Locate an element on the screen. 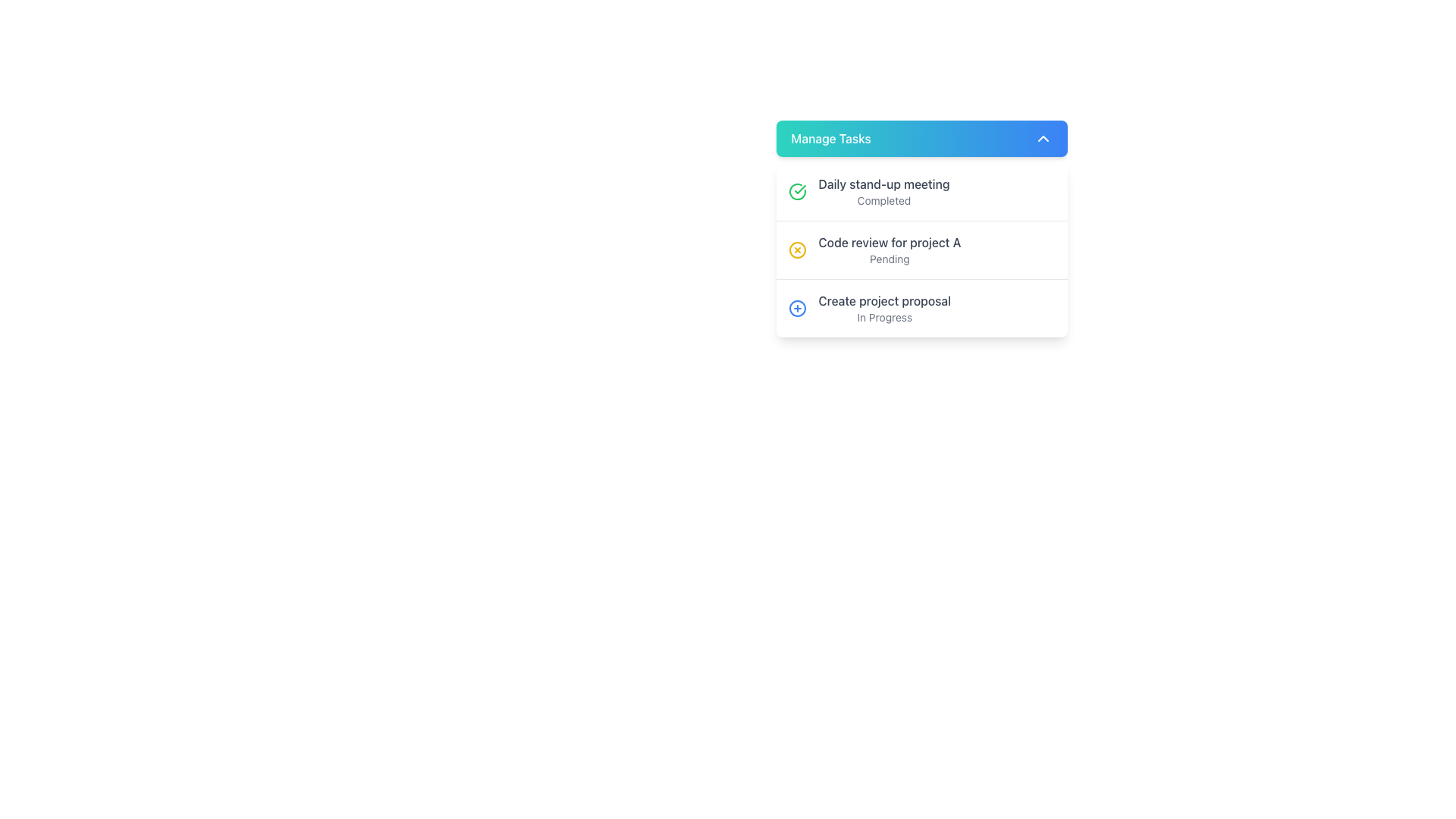  the descriptive title text label for a task located in the 'Manage Tasks' section, positioned above the status text 'In Progress' and next to the circular plus icon is located at coordinates (884, 301).